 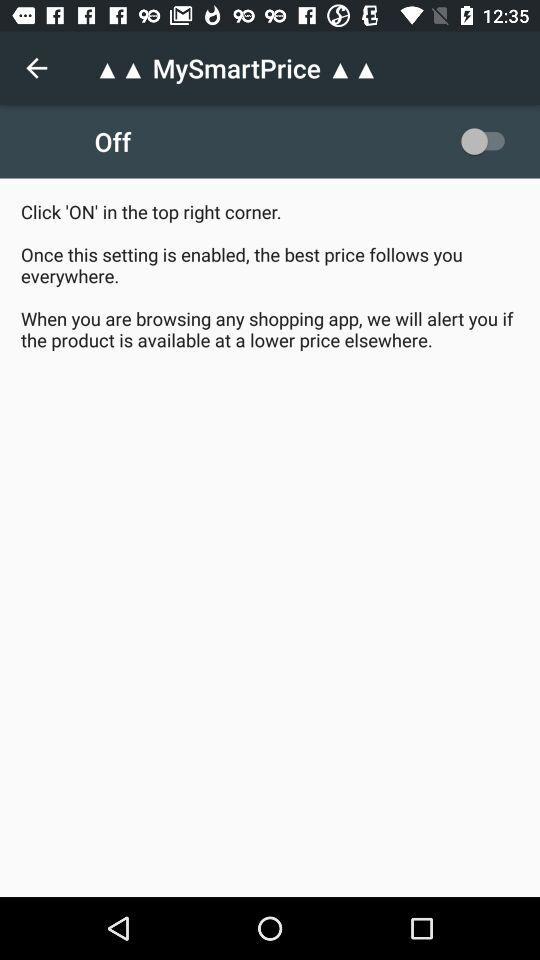 What do you see at coordinates (36, 68) in the screenshot?
I see `the item at the top left corner` at bounding box center [36, 68].